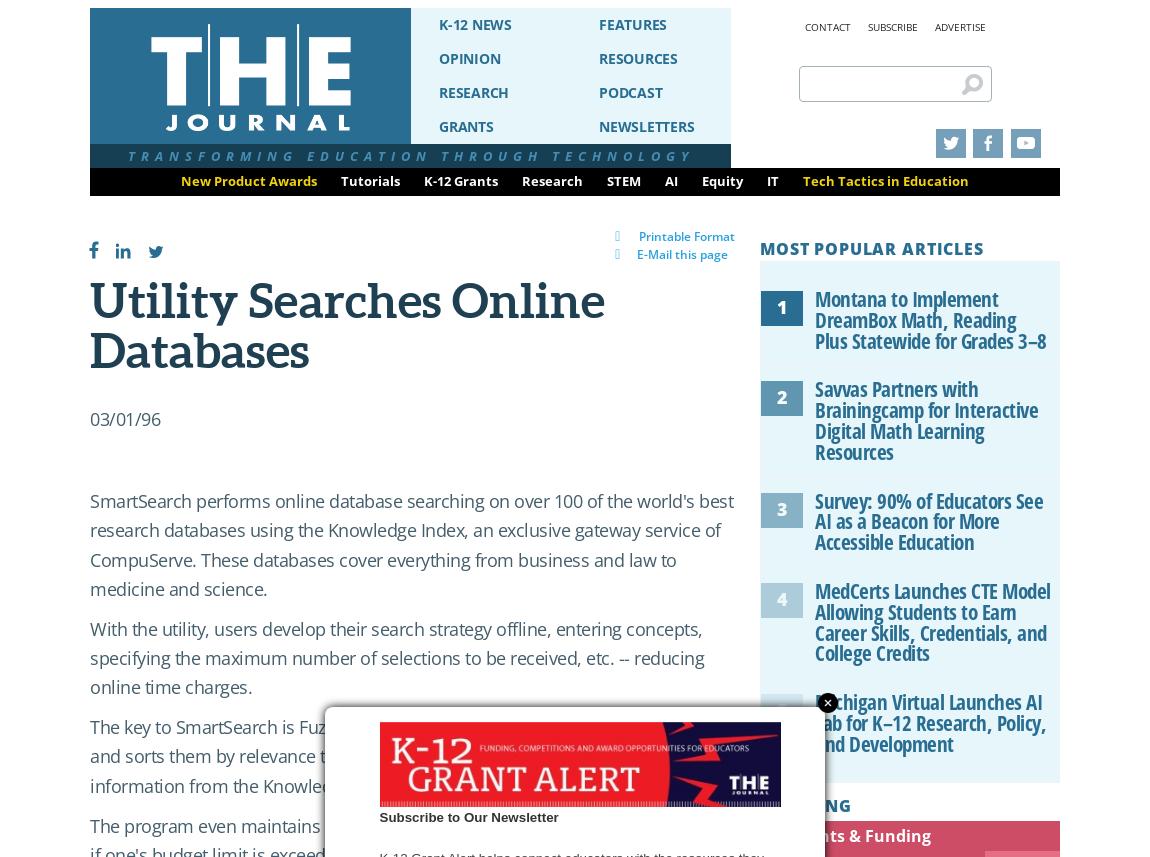 The width and height of the screenshot is (1150, 857). Describe the element at coordinates (930, 722) in the screenshot. I see `'Michigan Virtual Launches AI Lab for K–12 Research, Policy, and Development'` at that location.